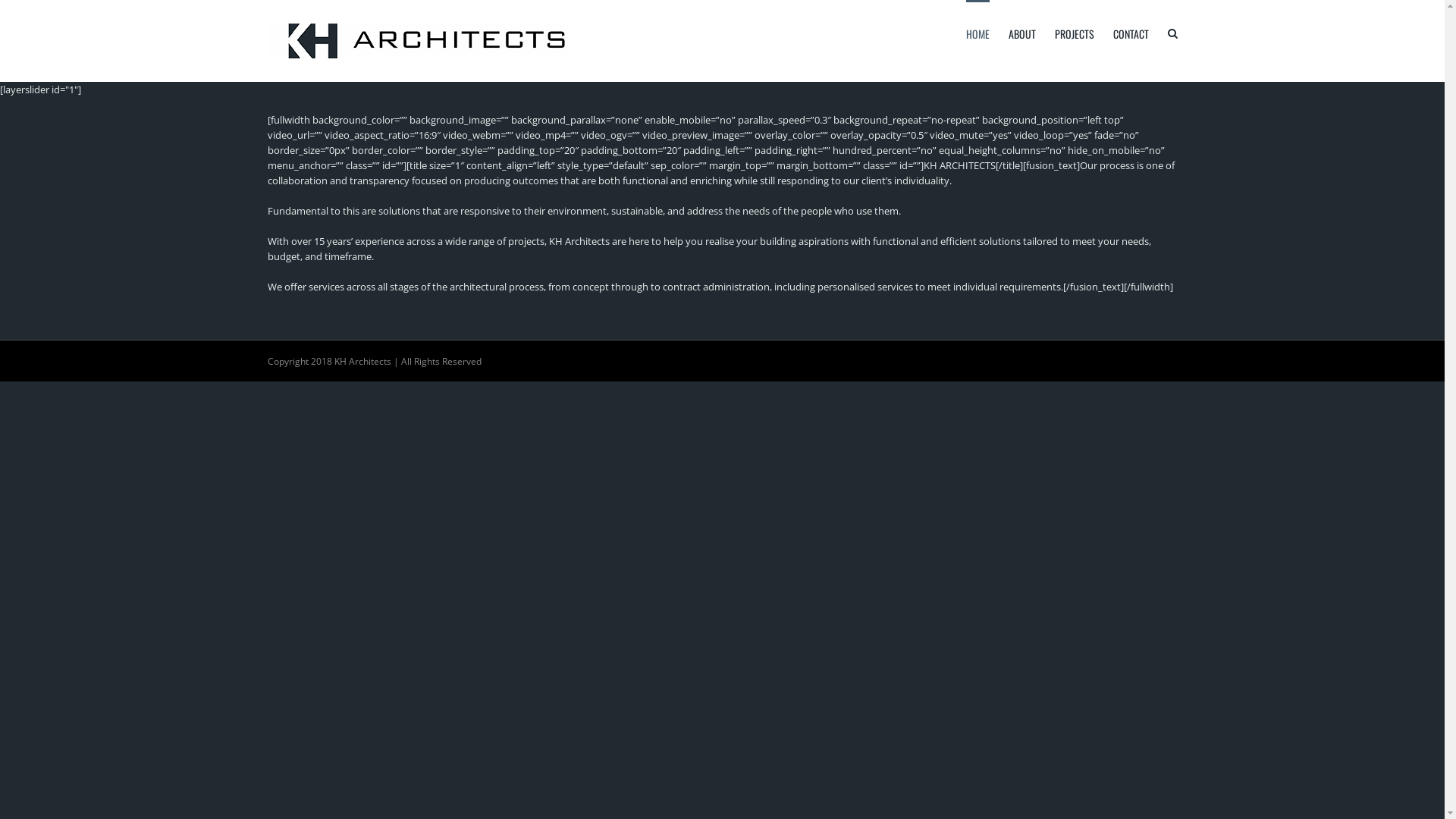  I want to click on 'HOME', so click(965, 32).